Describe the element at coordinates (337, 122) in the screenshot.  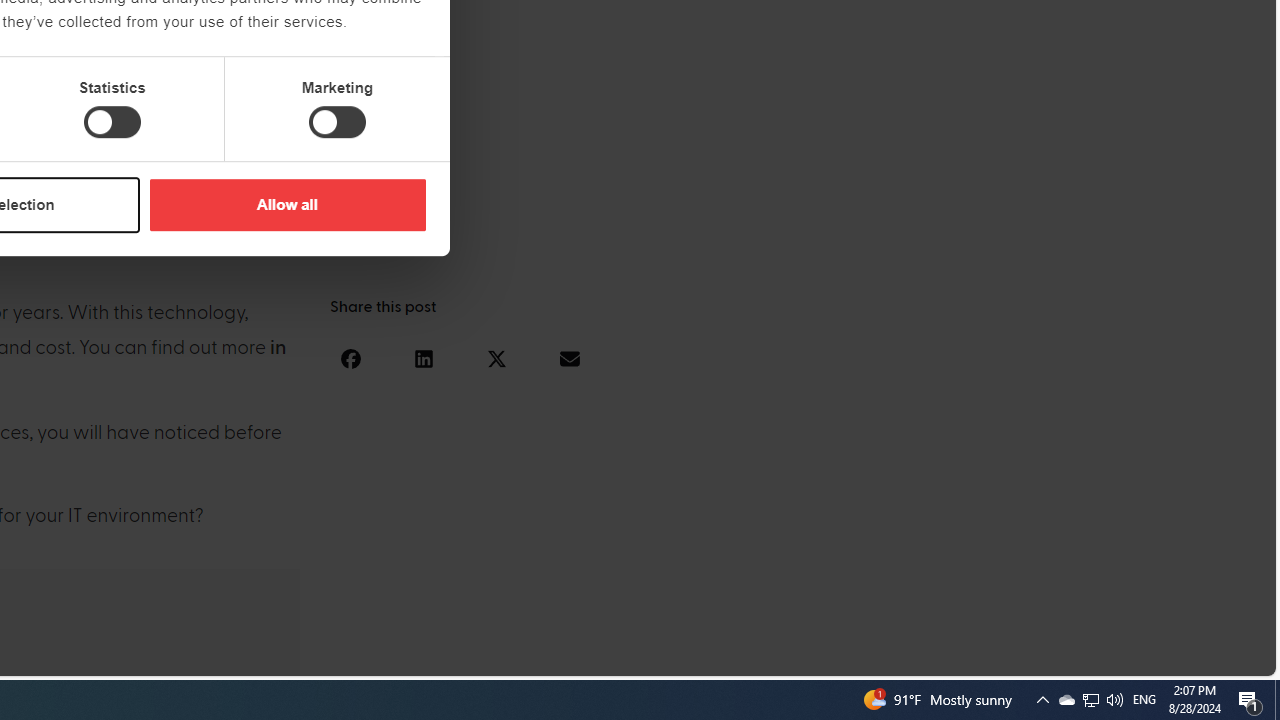
I see `'Marketing'` at that location.